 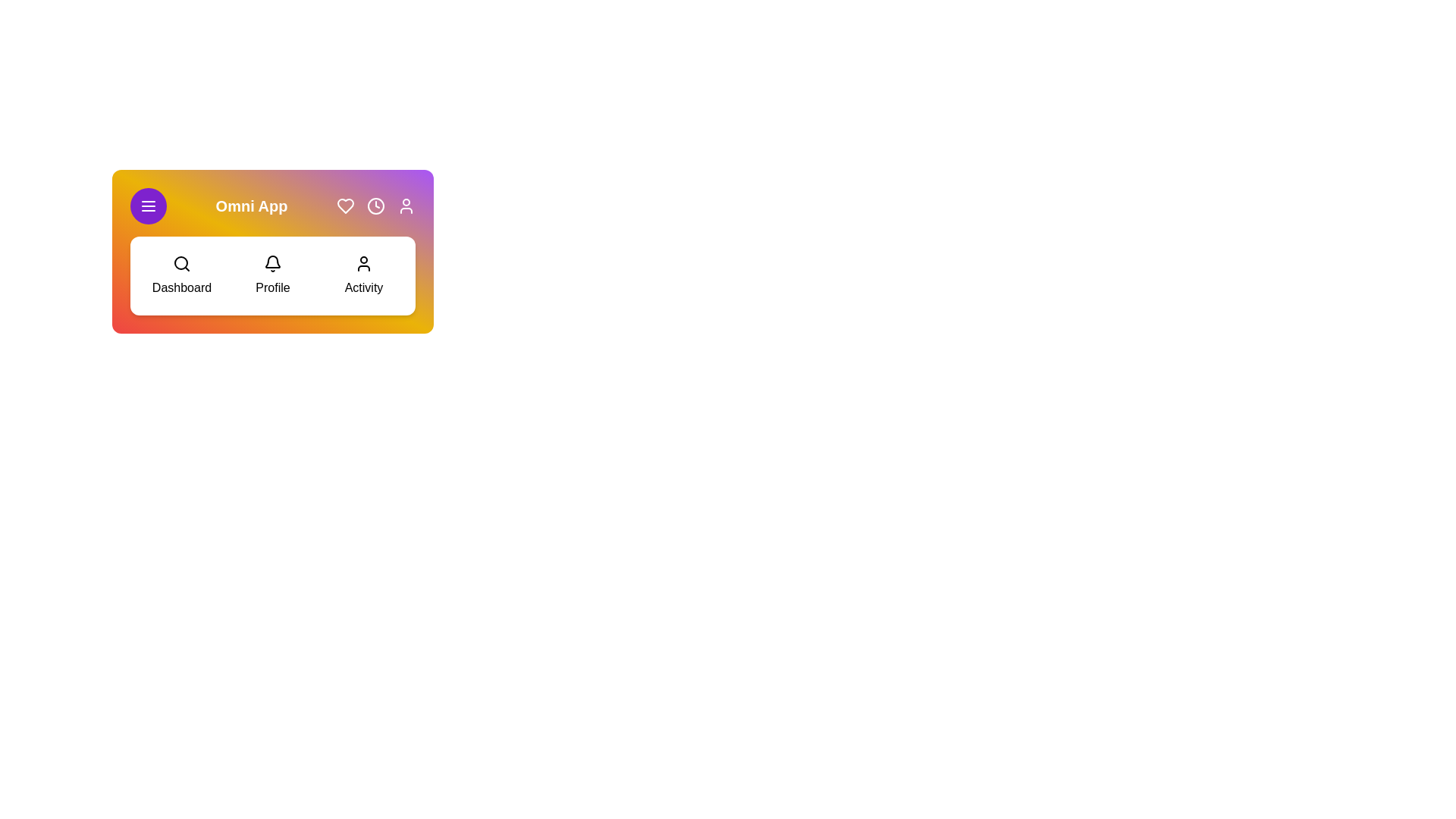 What do you see at coordinates (182, 275) in the screenshot?
I see `the 'Dashboard' option in the menu` at bounding box center [182, 275].